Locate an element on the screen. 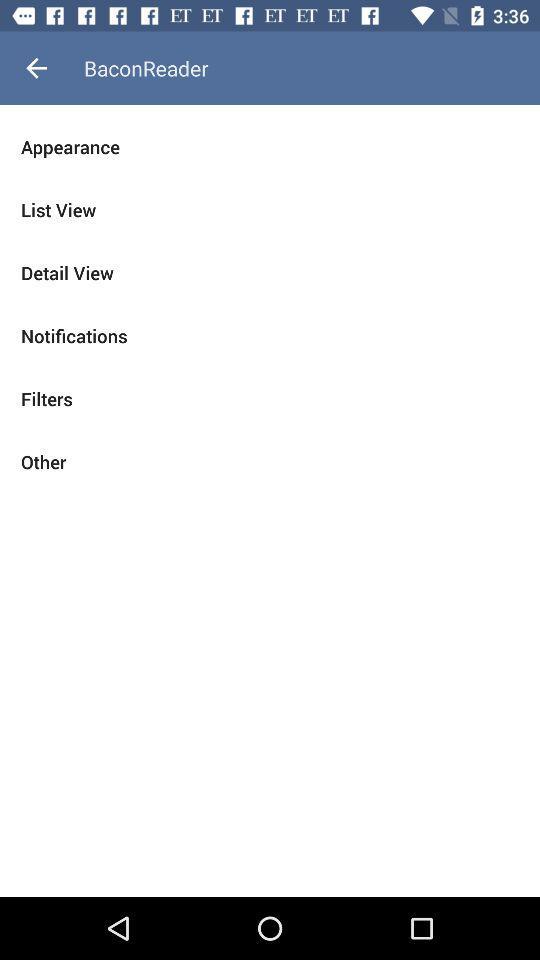 The image size is (540, 960). the notifications icon is located at coordinates (270, 336).